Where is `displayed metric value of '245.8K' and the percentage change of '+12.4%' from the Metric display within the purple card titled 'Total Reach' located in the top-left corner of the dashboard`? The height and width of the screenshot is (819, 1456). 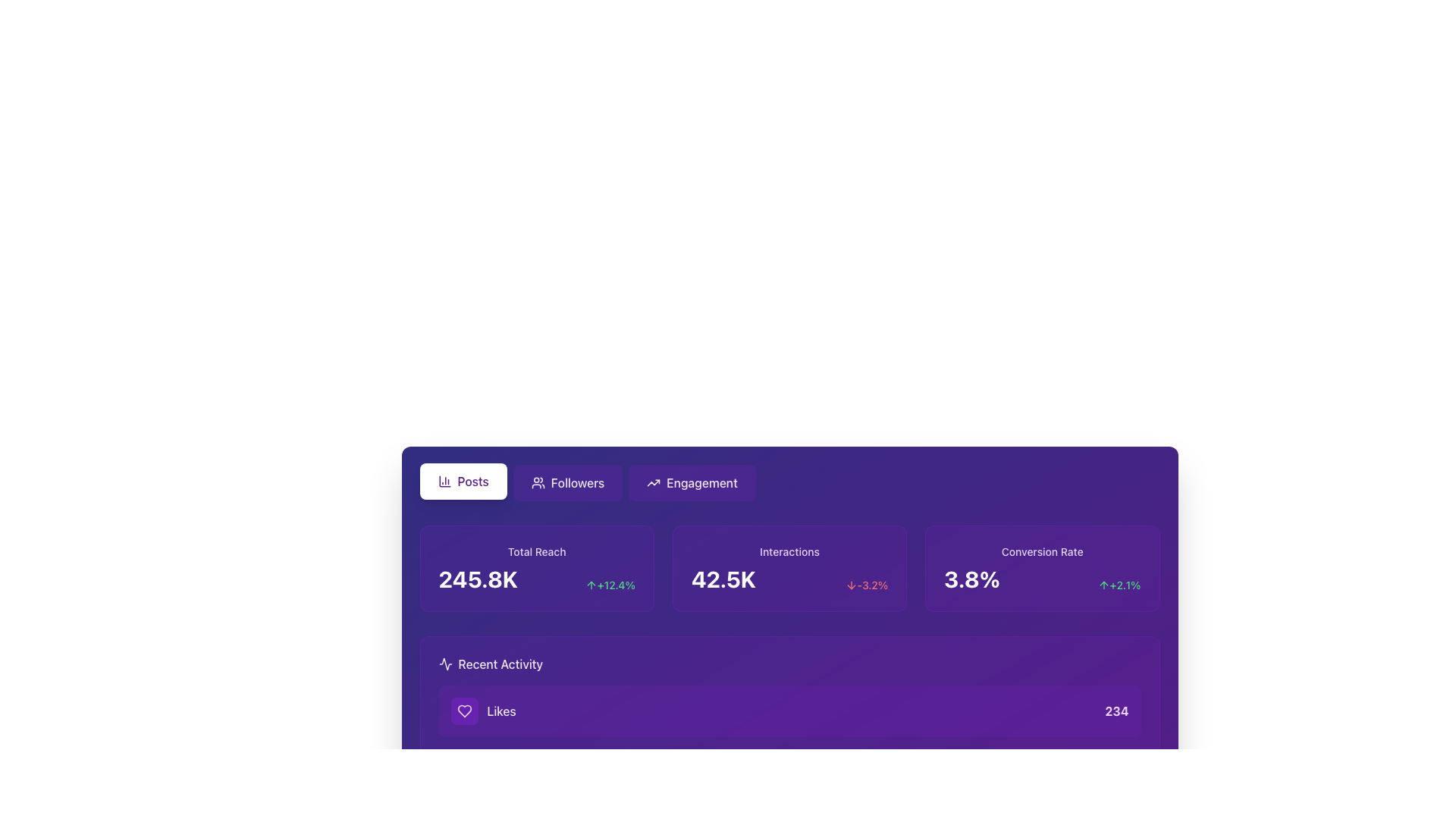 displayed metric value of '245.8K' and the percentage change of '+12.4%' from the Metric display within the purple card titled 'Total Reach' located in the top-left corner of the dashboard is located at coordinates (537, 579).